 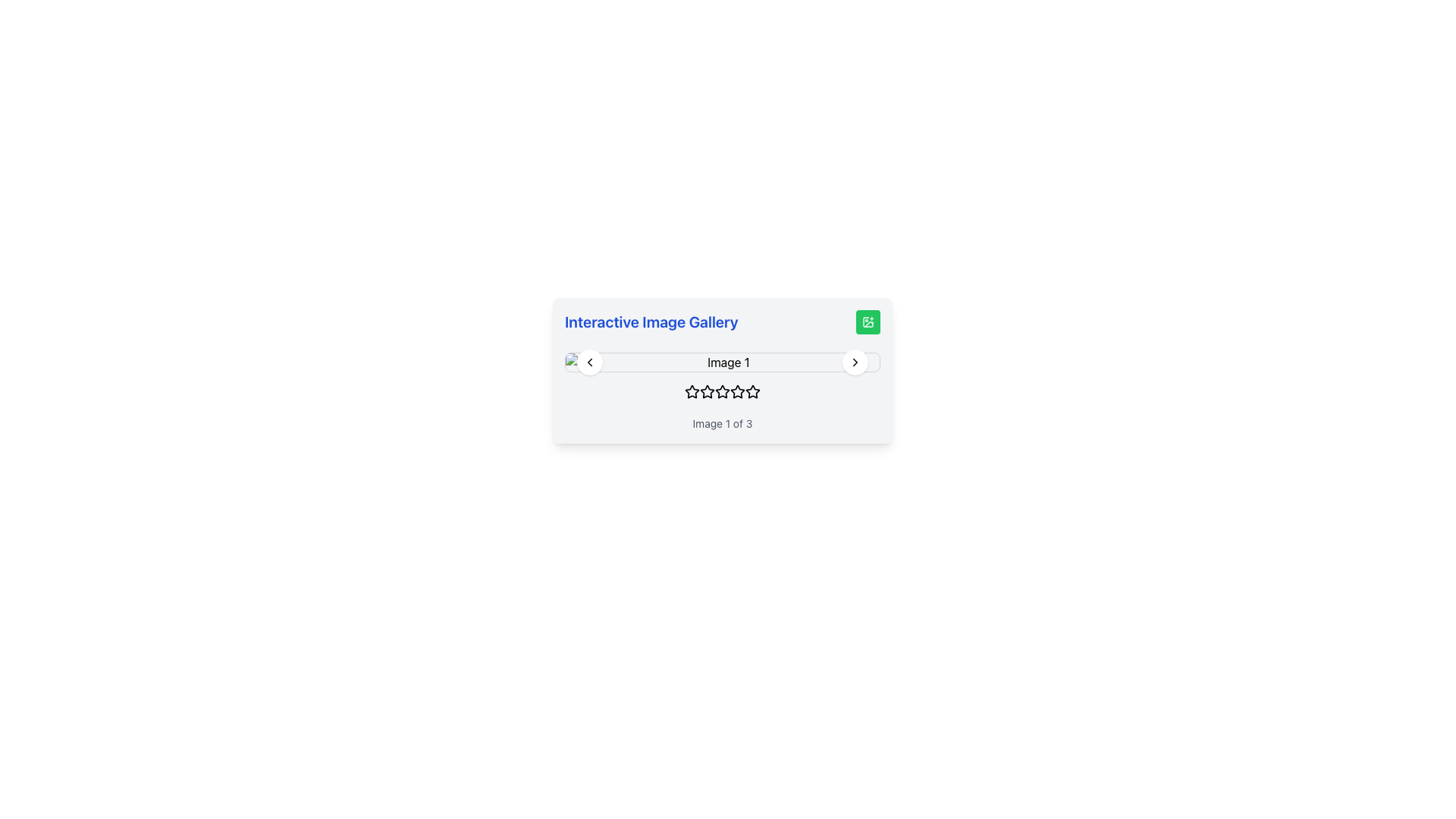 I want to click on the fifth star in the five-star rating system, so click(x=738, y=391).